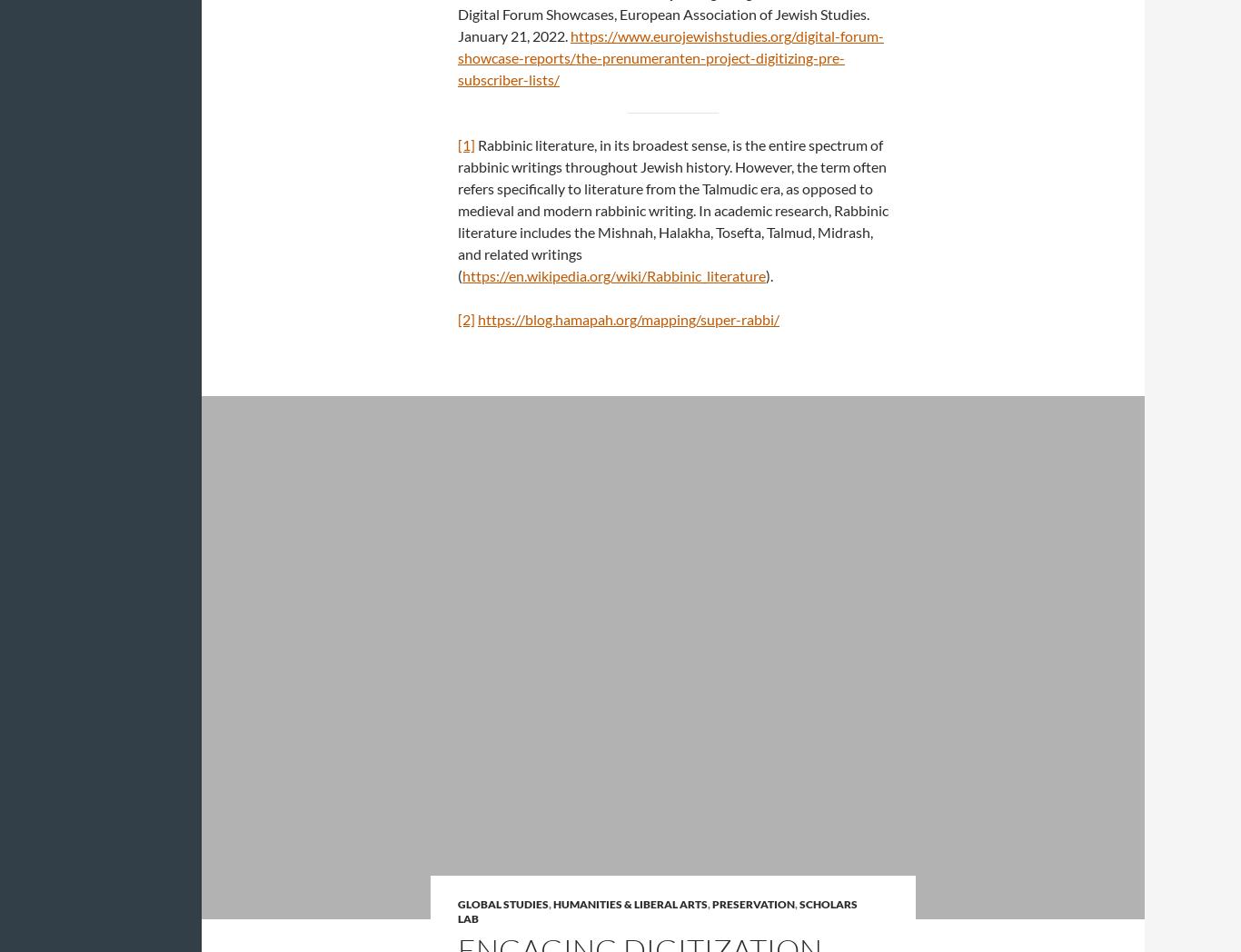 The image size is (1241, 952). Describe the element at coordinates (673, 210) in the screenshot. I see `'Rabbinic literature, in its broadest sense, is the entire spectrum of rabbinic writings throughout Jewish history. However, the term often refers specifically to literature from the Talmudic era, as opposed to medieval and modern rabbinic writing. In academic research, Rabbinic literature includes the Mishnah, Halakha, Tosefta, Talmud, Midrash, and related writings ('` at that location.